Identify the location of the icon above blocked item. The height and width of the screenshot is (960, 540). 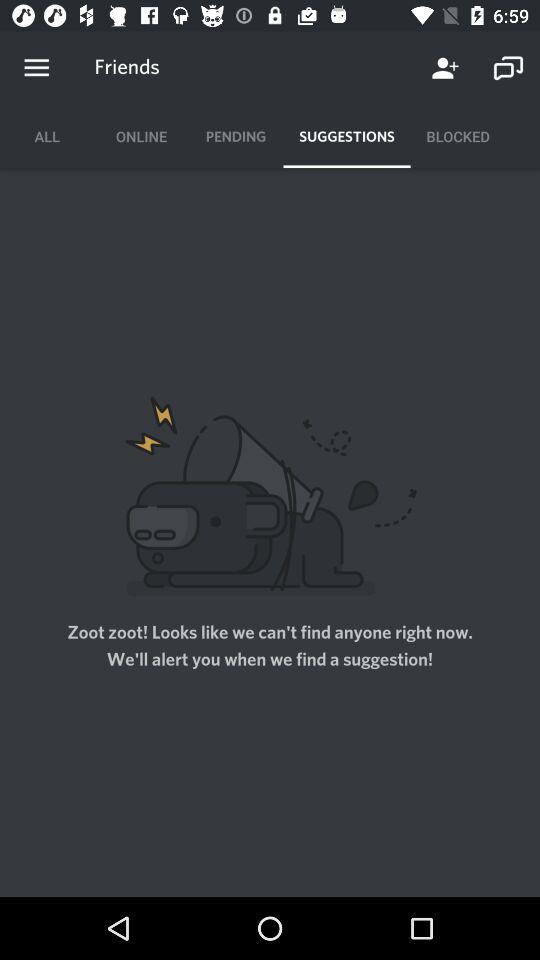
(445, 68).